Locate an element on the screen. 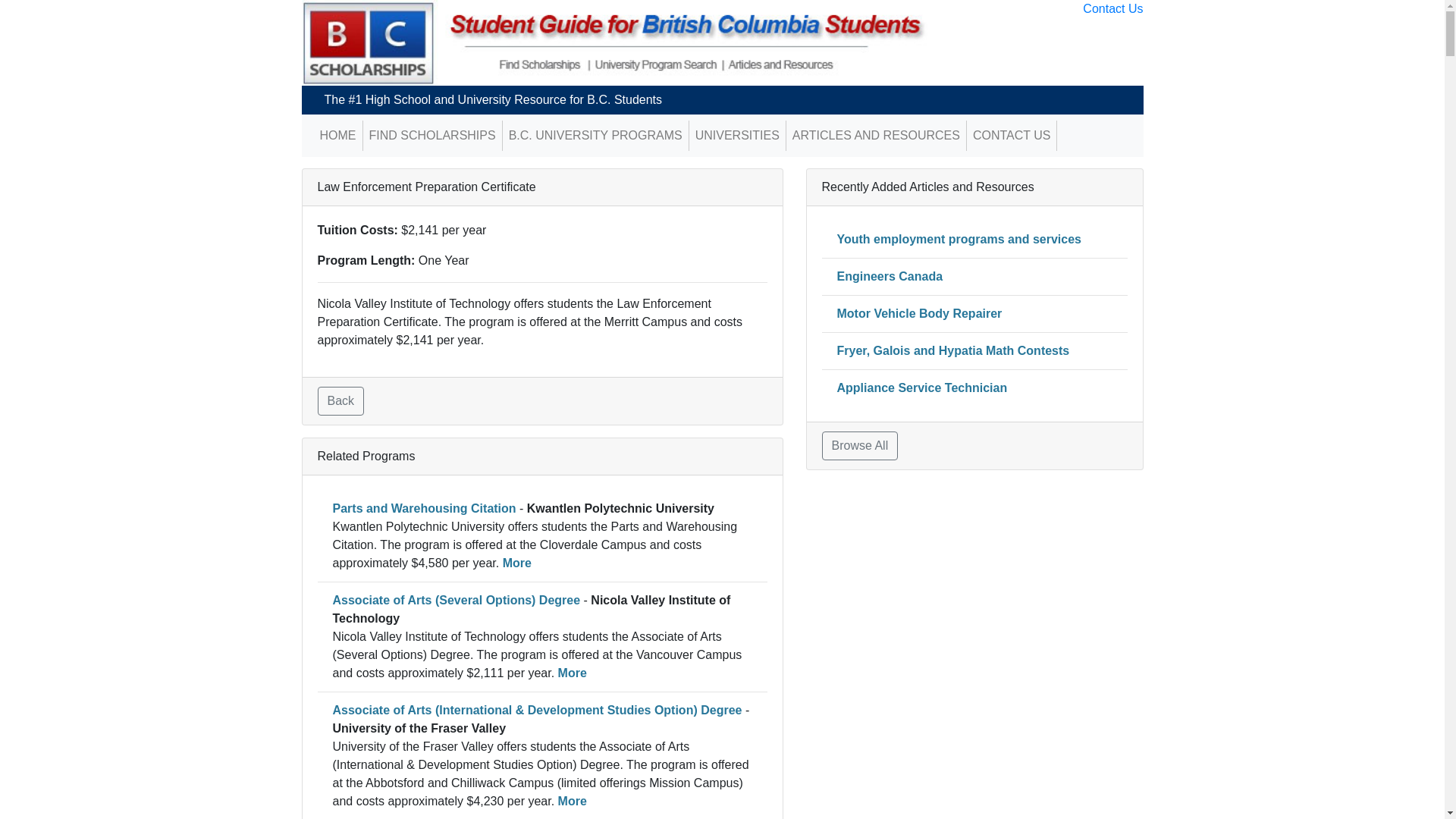 Image resolution: width=1456 pixels, height=819 pixels. 'UNIVERSITIES' is located at coordinates (688, 134).